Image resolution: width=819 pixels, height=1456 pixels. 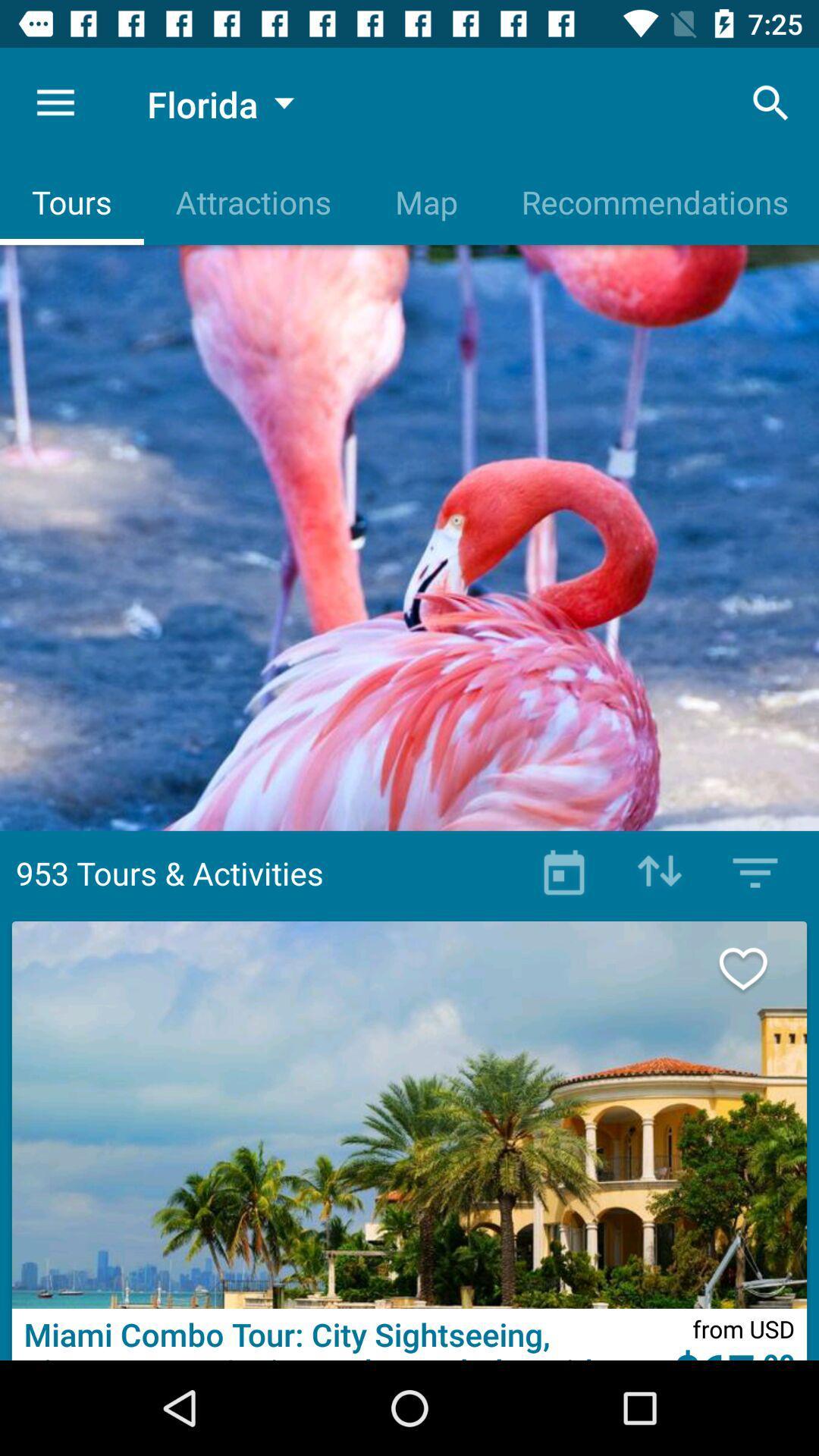 I want to click on show the calendar, so click(x=564, y=873).